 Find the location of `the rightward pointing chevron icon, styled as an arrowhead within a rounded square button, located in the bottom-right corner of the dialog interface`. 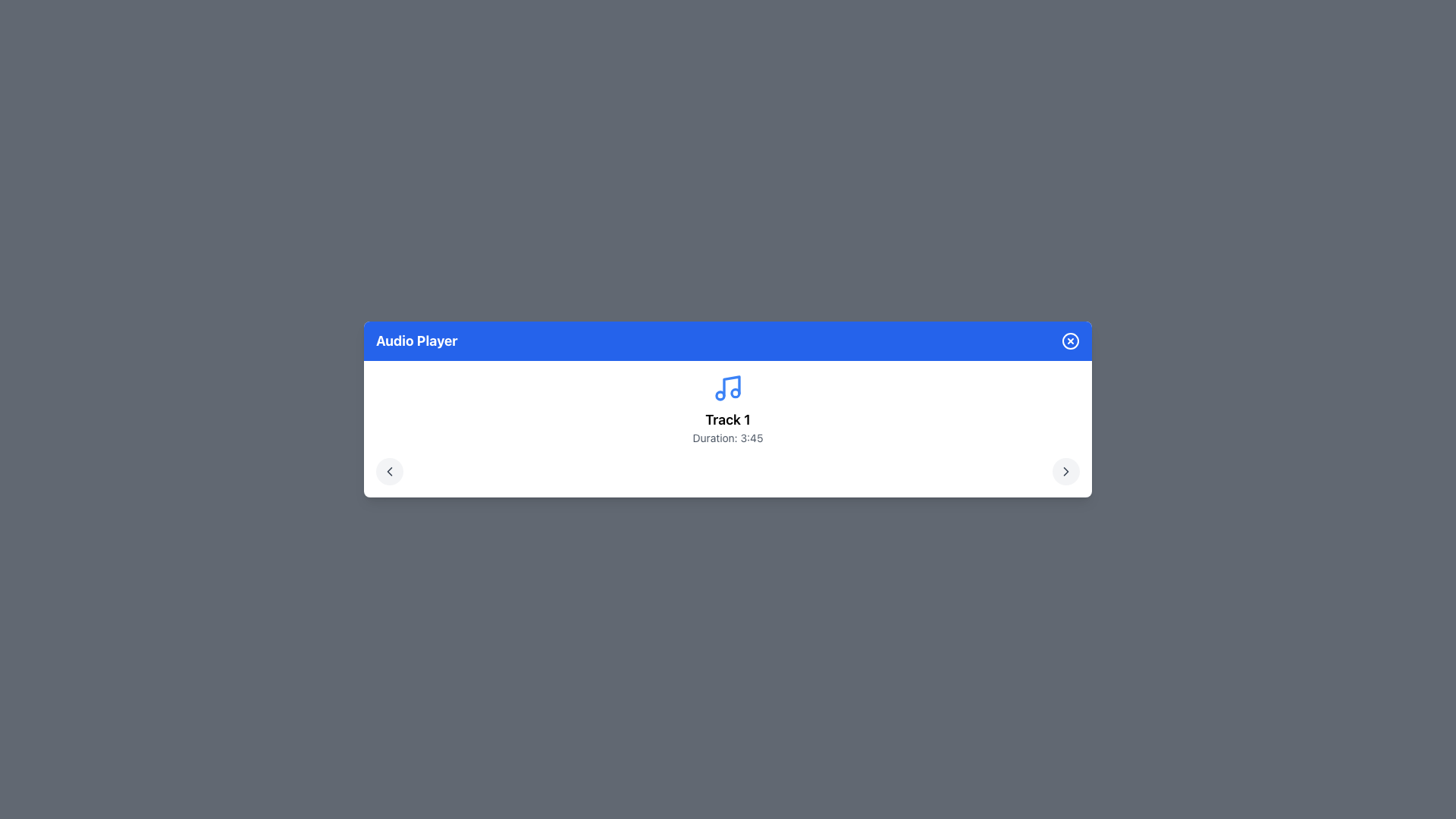

the rightward pointing chevron icon, styled as an arrowhead within a rounded square button, located in the bottom-right corner of the dialog interface is located at coordinates (1065, 470).